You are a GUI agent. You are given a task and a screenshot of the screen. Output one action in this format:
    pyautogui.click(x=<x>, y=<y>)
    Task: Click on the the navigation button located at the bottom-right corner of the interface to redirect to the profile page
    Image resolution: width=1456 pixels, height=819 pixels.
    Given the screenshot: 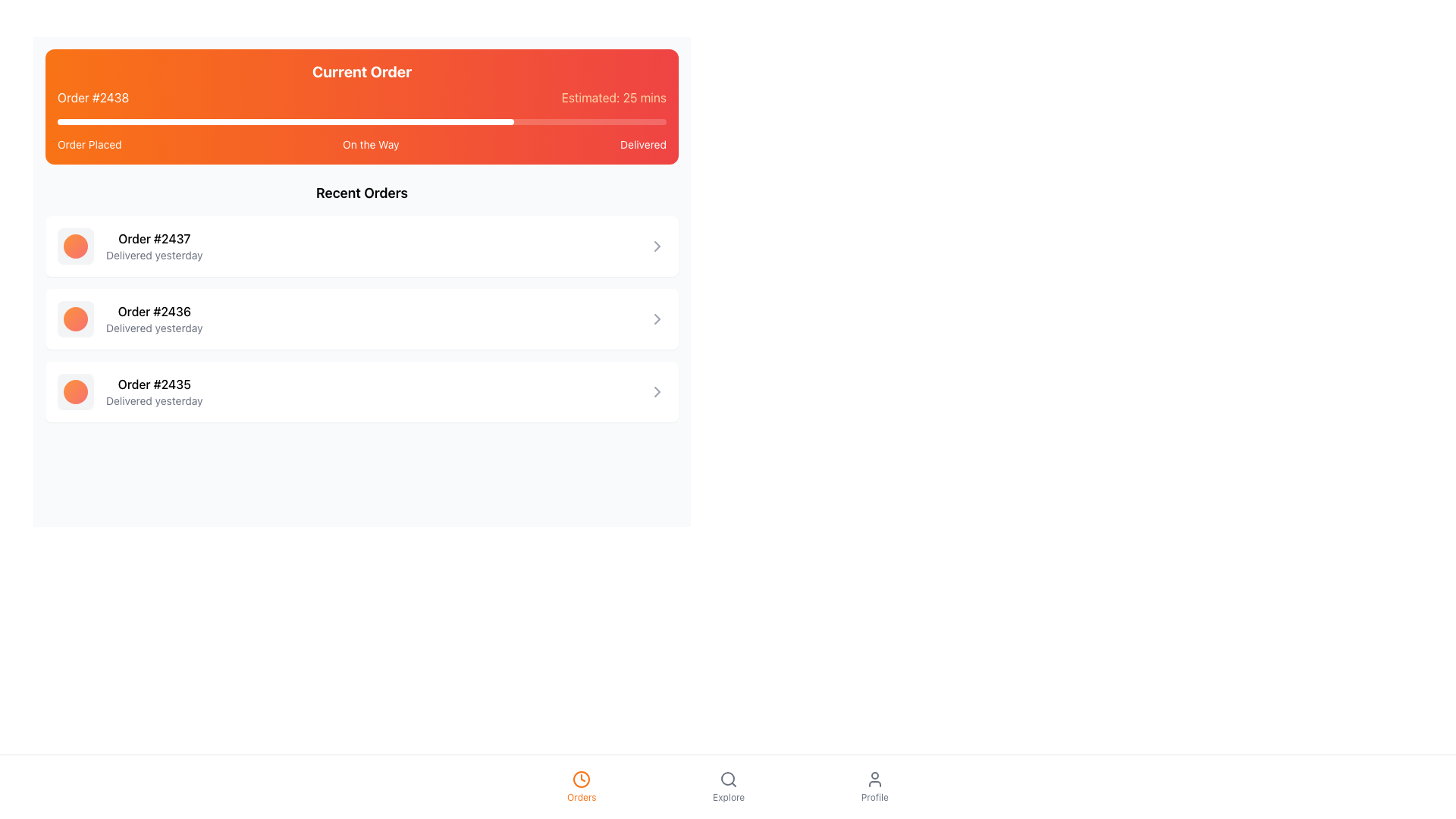 What is the action you would take?
    pyautogui.click(x=874, y=786)
    